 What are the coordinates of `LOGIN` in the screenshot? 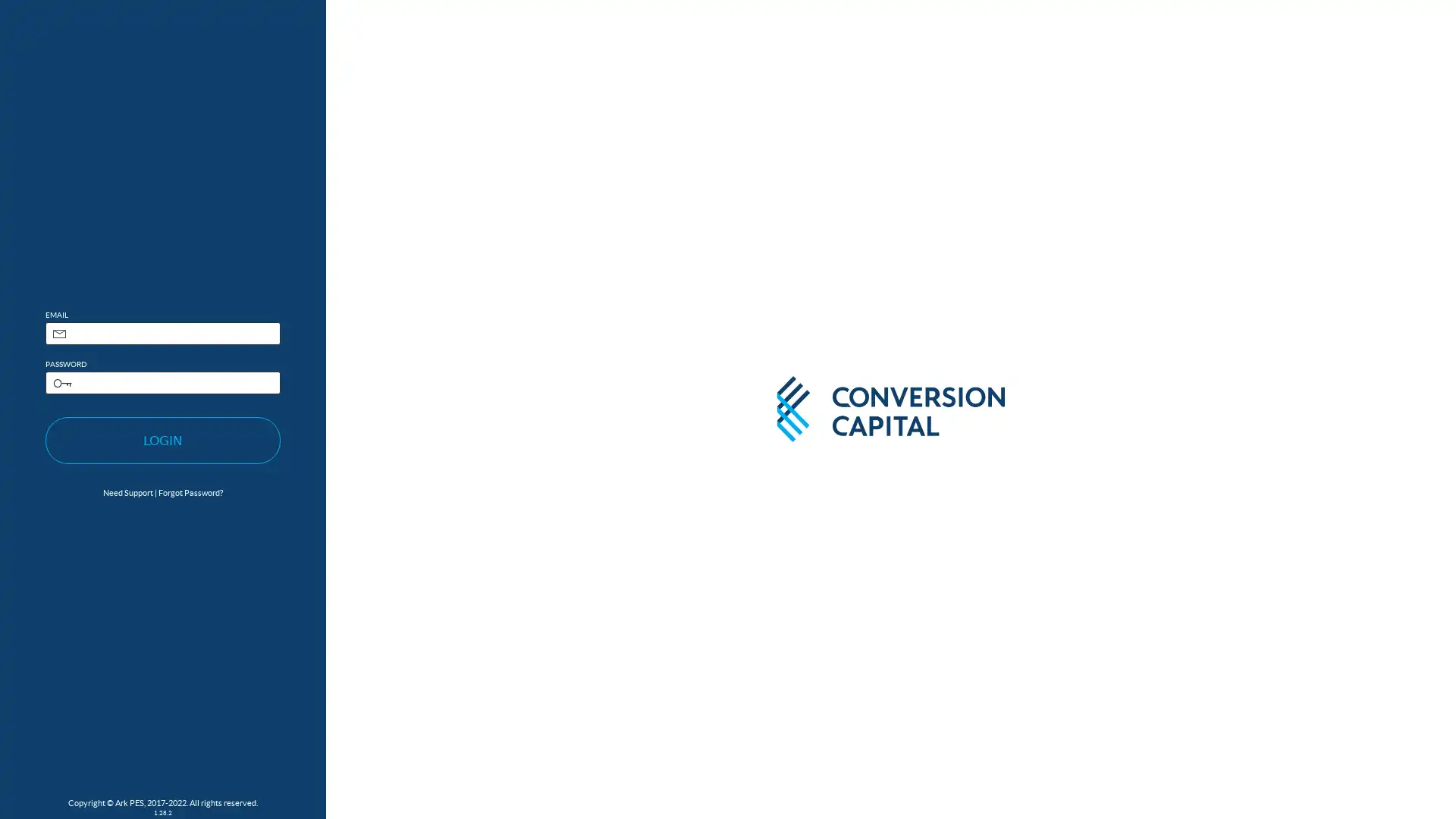 It's located at (163, 439).